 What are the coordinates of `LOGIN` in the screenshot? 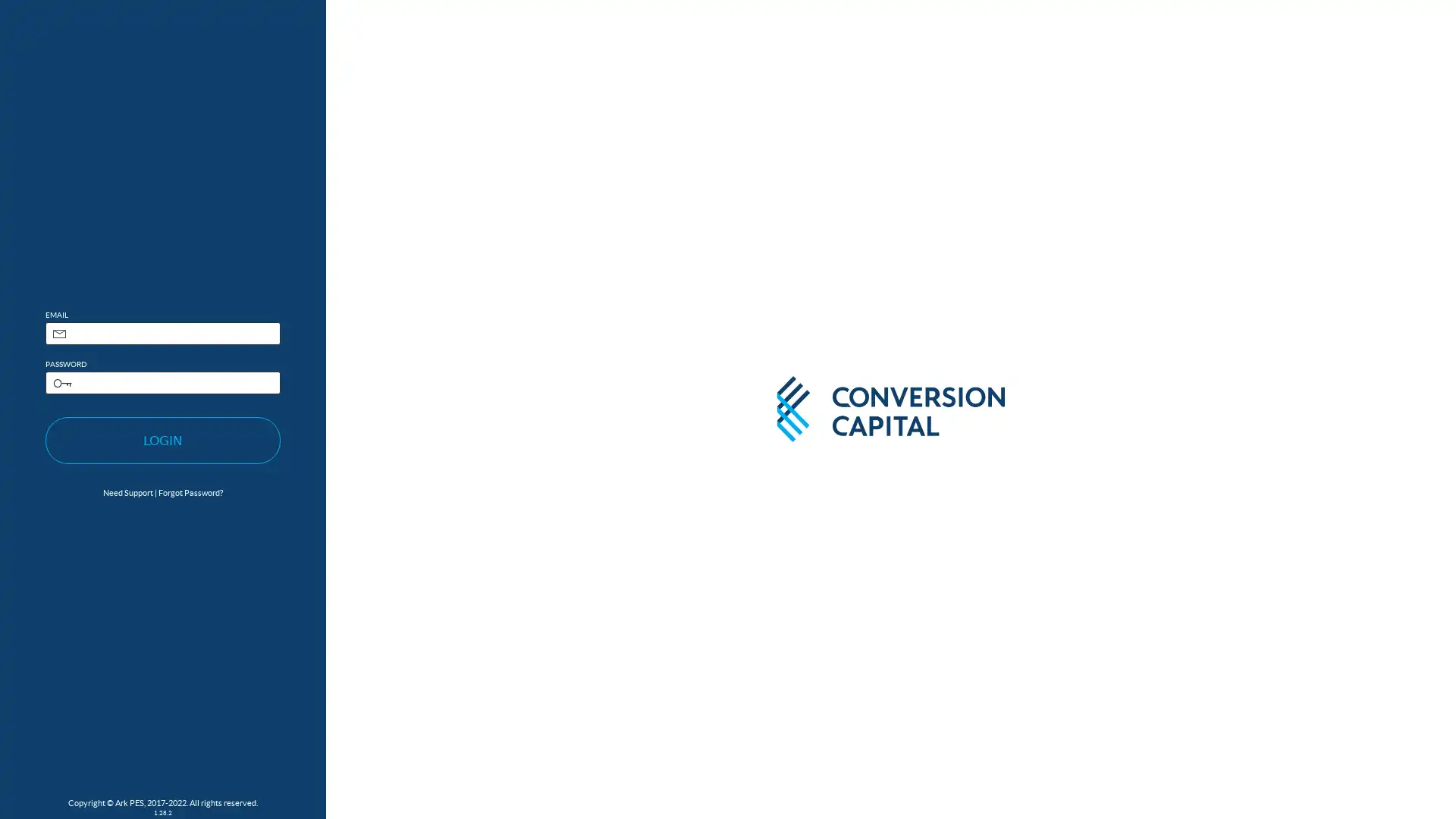 It's located at (163, 439).